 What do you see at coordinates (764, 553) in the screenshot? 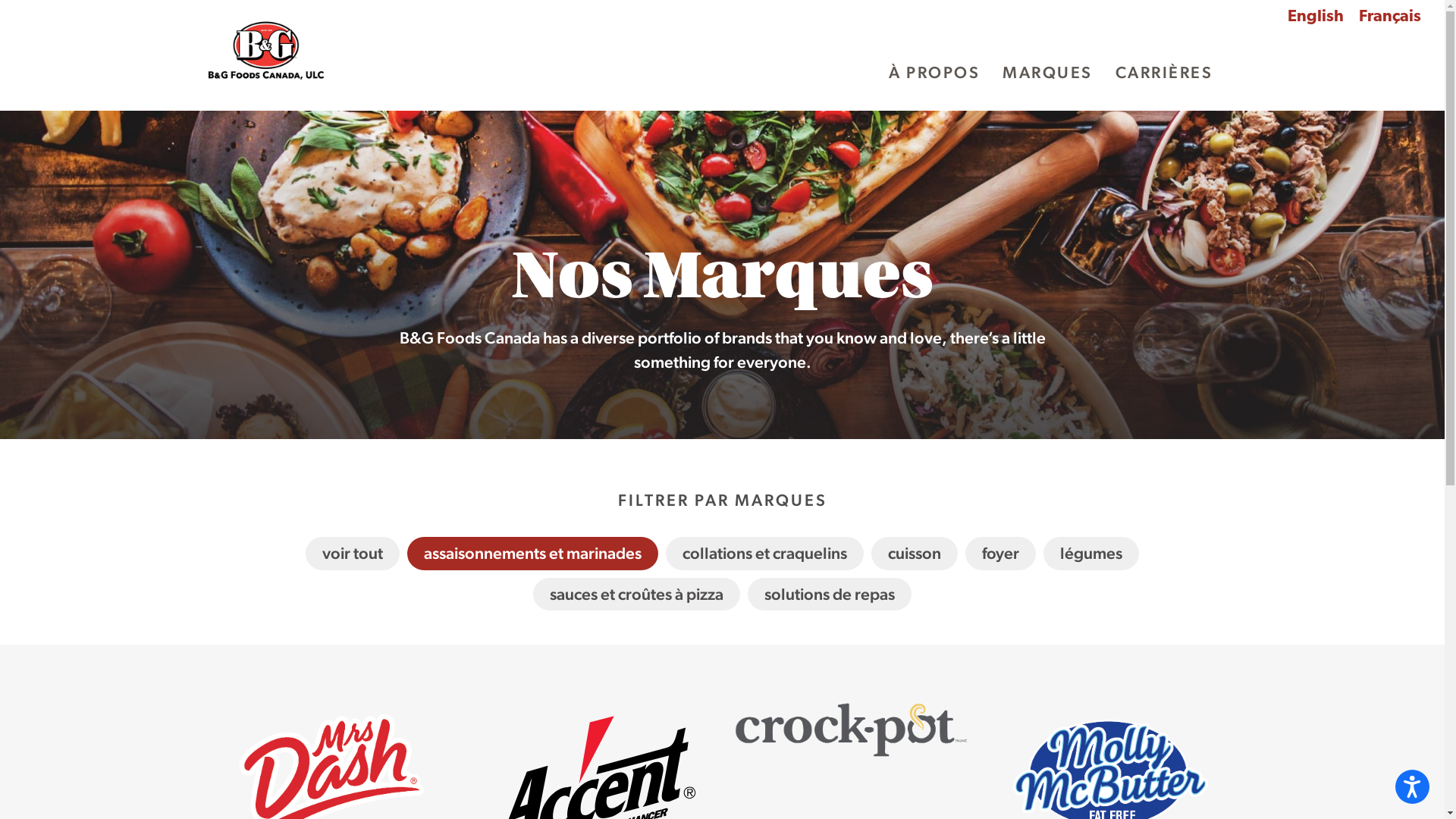
I see `'collations et craquelins'` at bounding box center [764, 553].